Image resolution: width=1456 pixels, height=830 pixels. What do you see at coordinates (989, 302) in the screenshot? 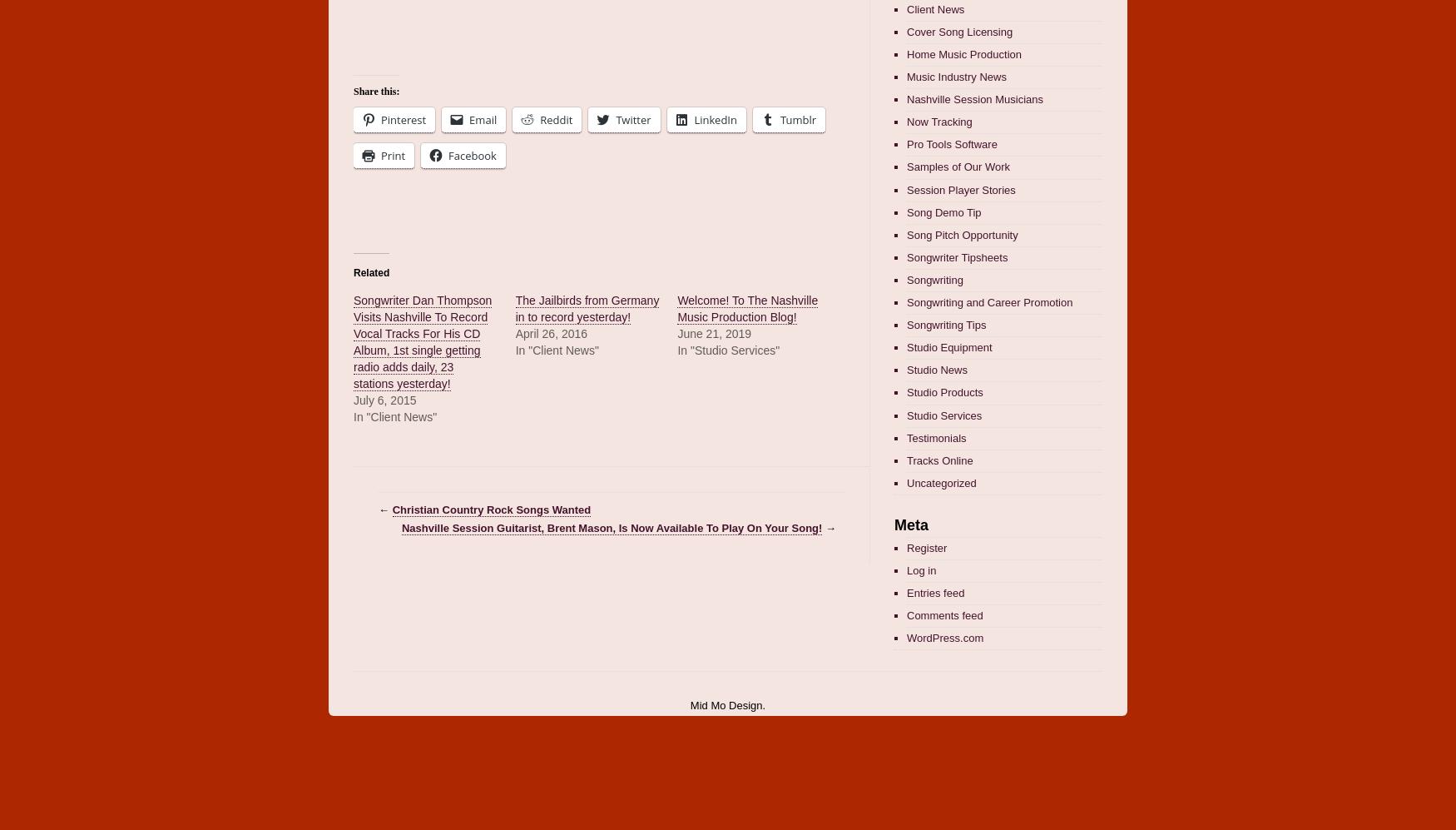
I see `'Songwriting and Career Promotion'` at bounding box center [989, 302].